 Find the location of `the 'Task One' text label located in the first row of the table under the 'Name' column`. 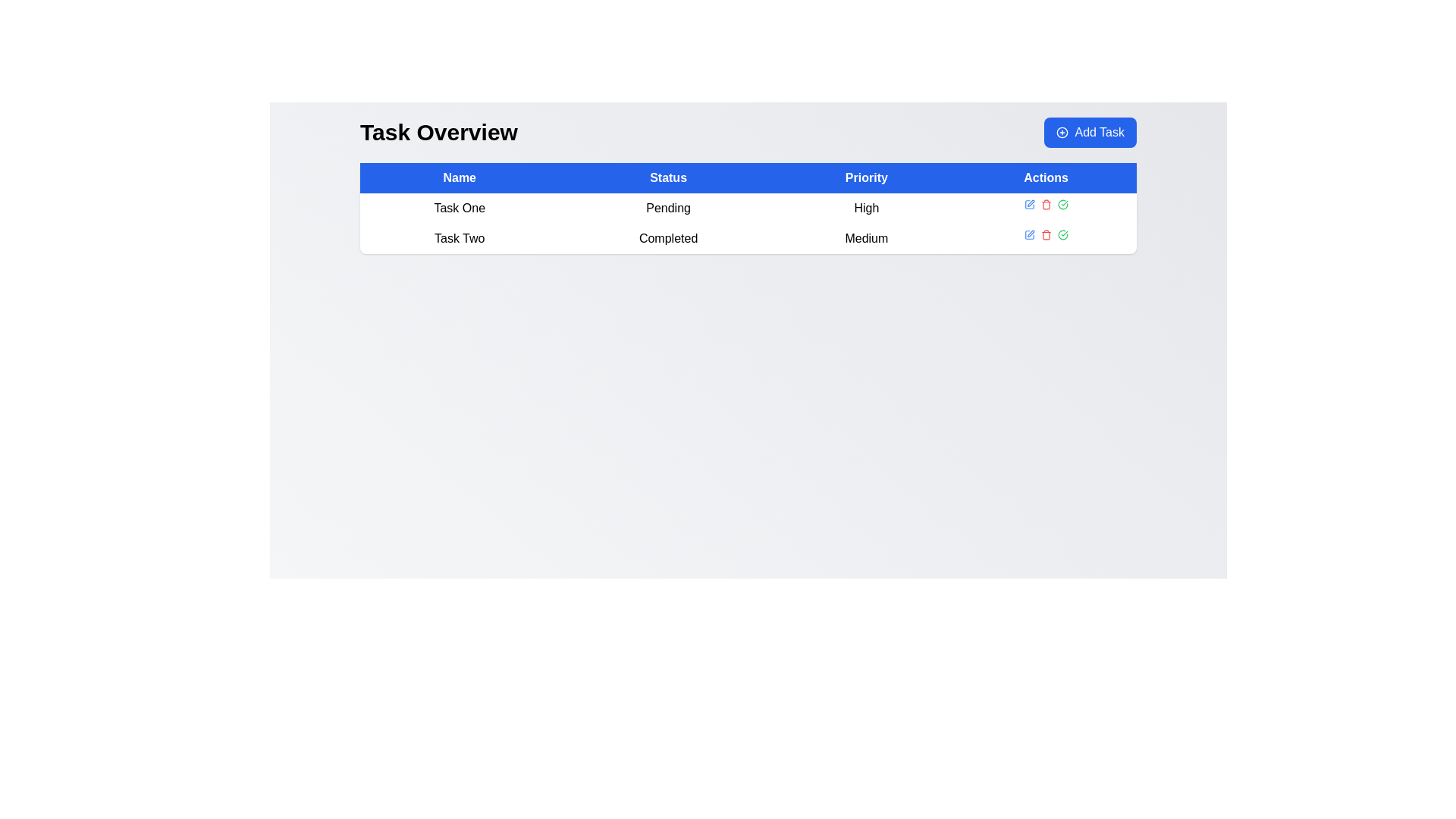

the 'Task One' text label located in the first row of the table under the 'Name' column is located at coordinates (459, 208).